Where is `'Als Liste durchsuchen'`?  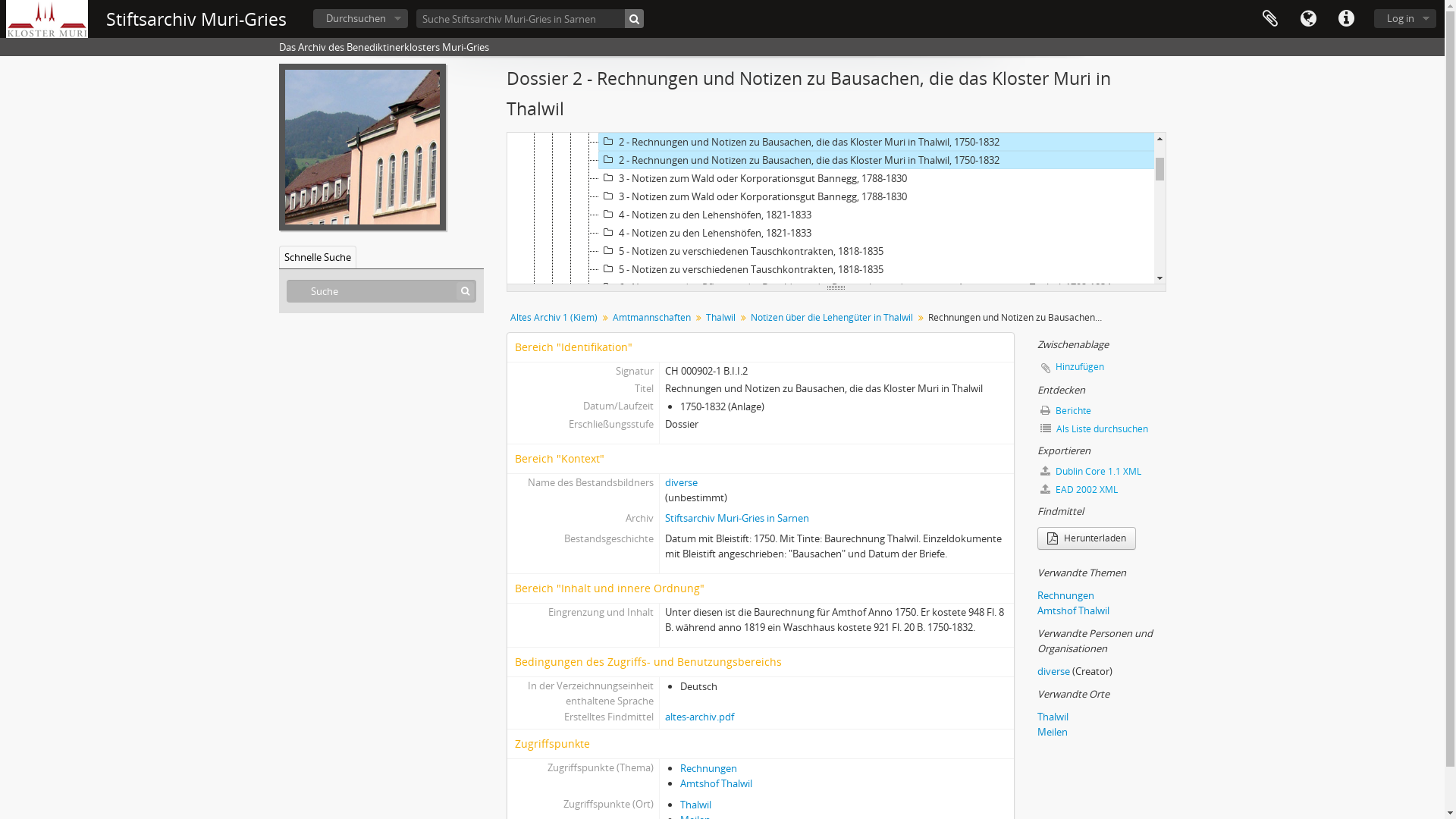 'Als Liste durchsuchen' is located at coordinates (1102, 429).